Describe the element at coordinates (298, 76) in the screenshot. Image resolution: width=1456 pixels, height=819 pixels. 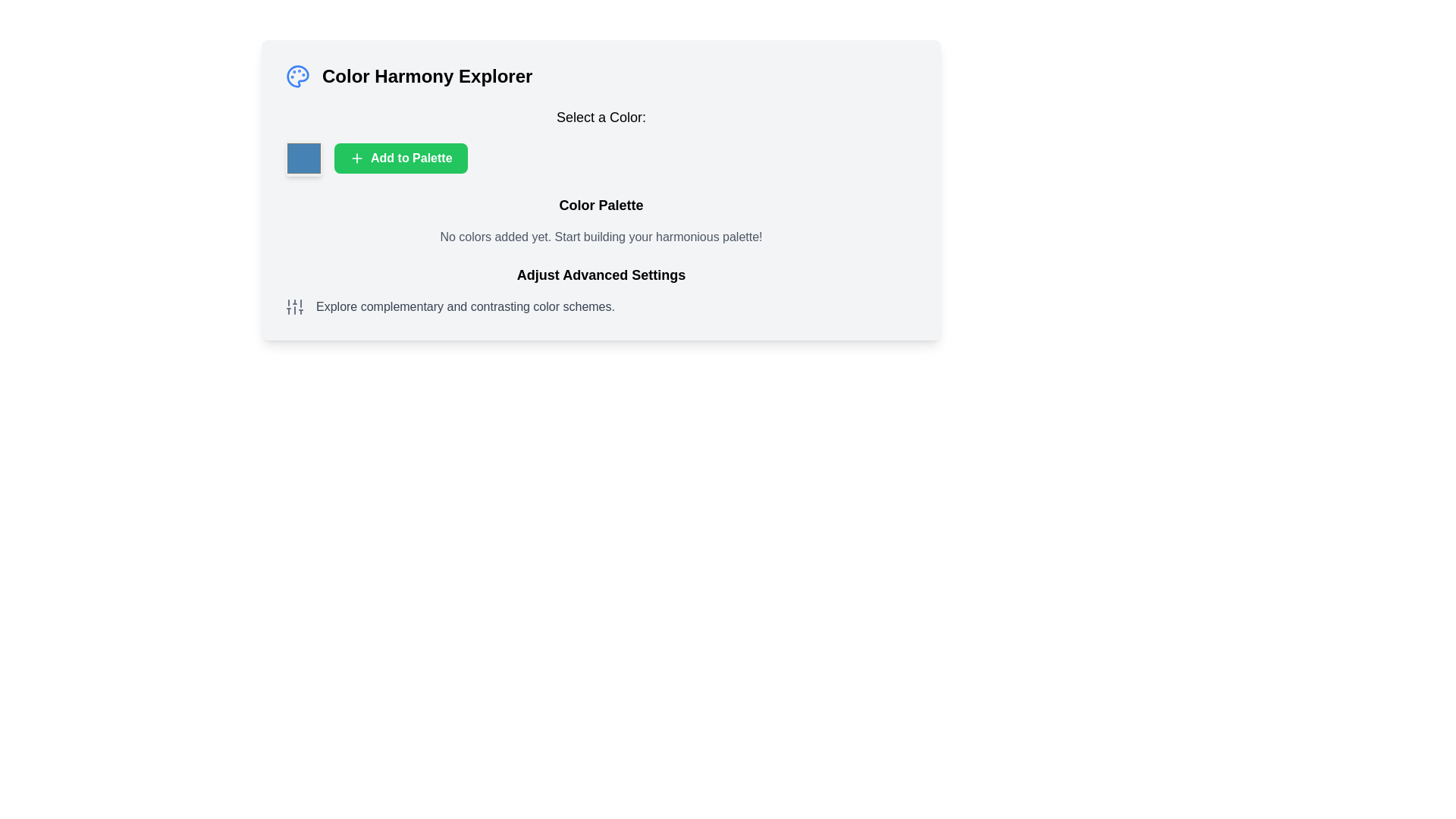
I see `the painter's palette icon located at the top-left corner of the 'Color Harmony Explorer' interface, which is visually striking with a blue outline and paint dabs` at that location.